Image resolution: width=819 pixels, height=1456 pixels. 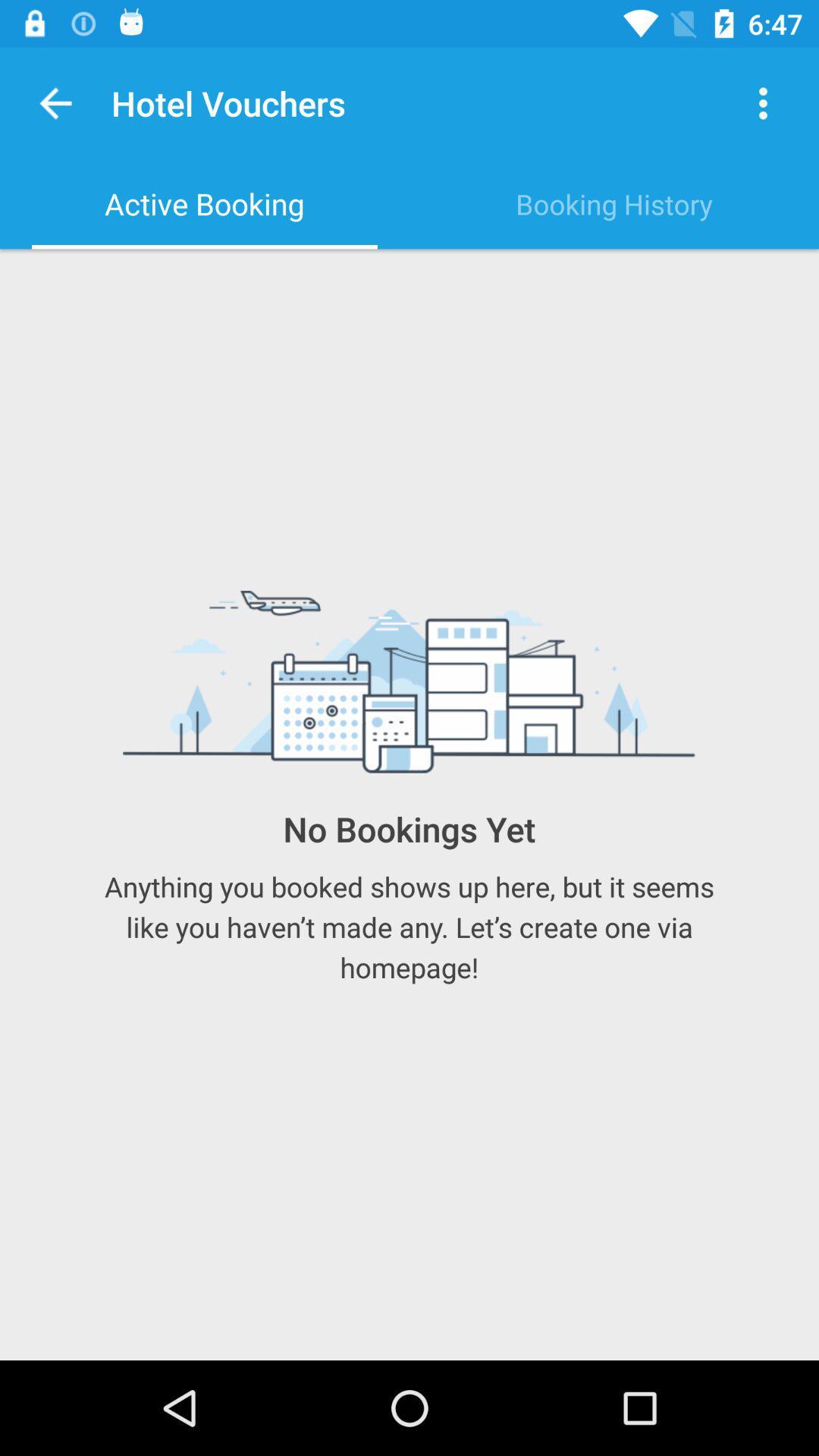 What do you see at coordinates (205, 203) in the screenshot?
I see `the item to the left of booking history` at bounding box center [205, 203].